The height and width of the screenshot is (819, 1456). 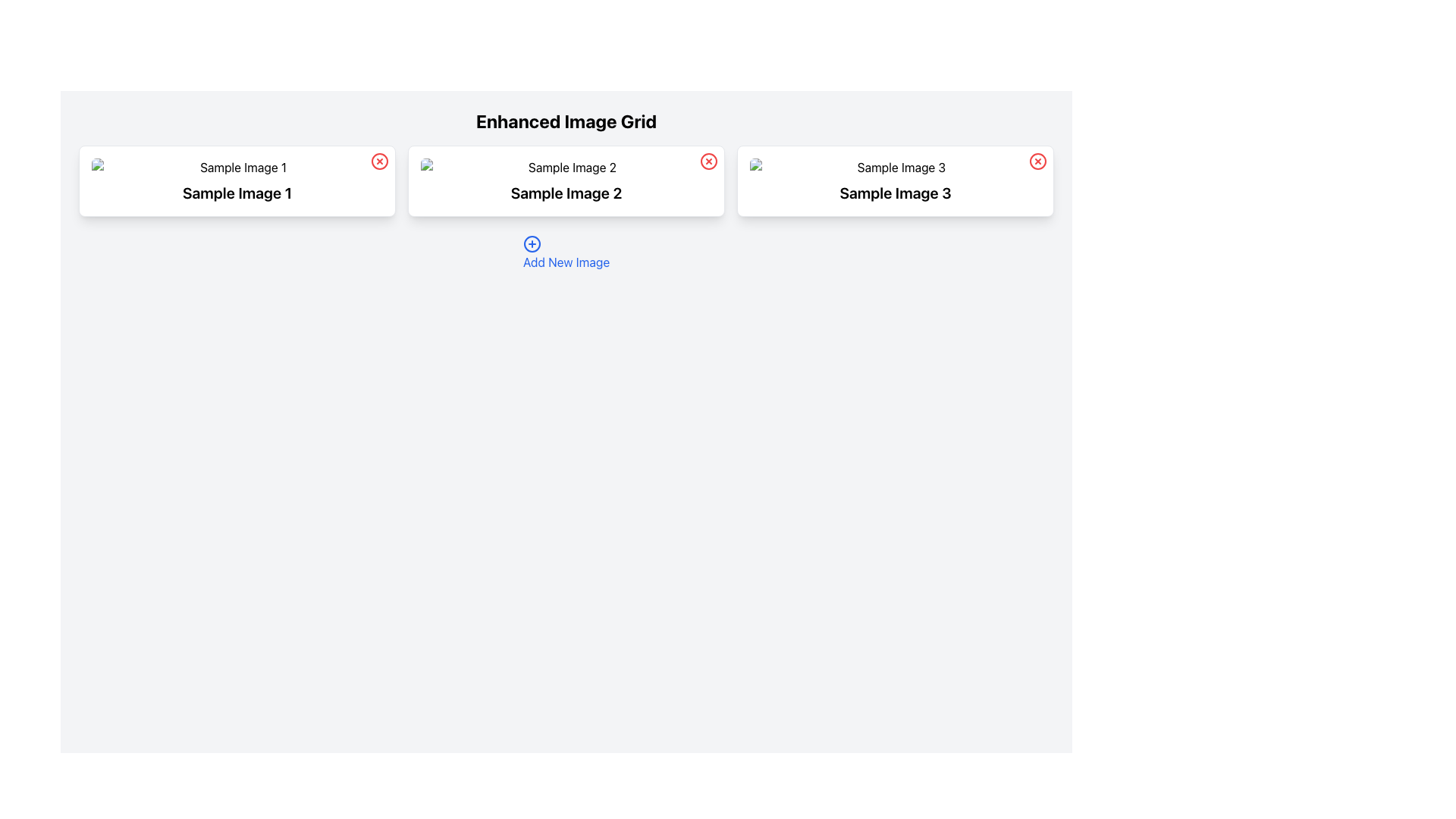 What do you see at coordinates (566, 192) in the screenshot?
I see `the Text Label that serves as a descriptive title for the associated image, located below 'Sample Image 2' in the middle section of the grid` at bounding box center [566, 192].